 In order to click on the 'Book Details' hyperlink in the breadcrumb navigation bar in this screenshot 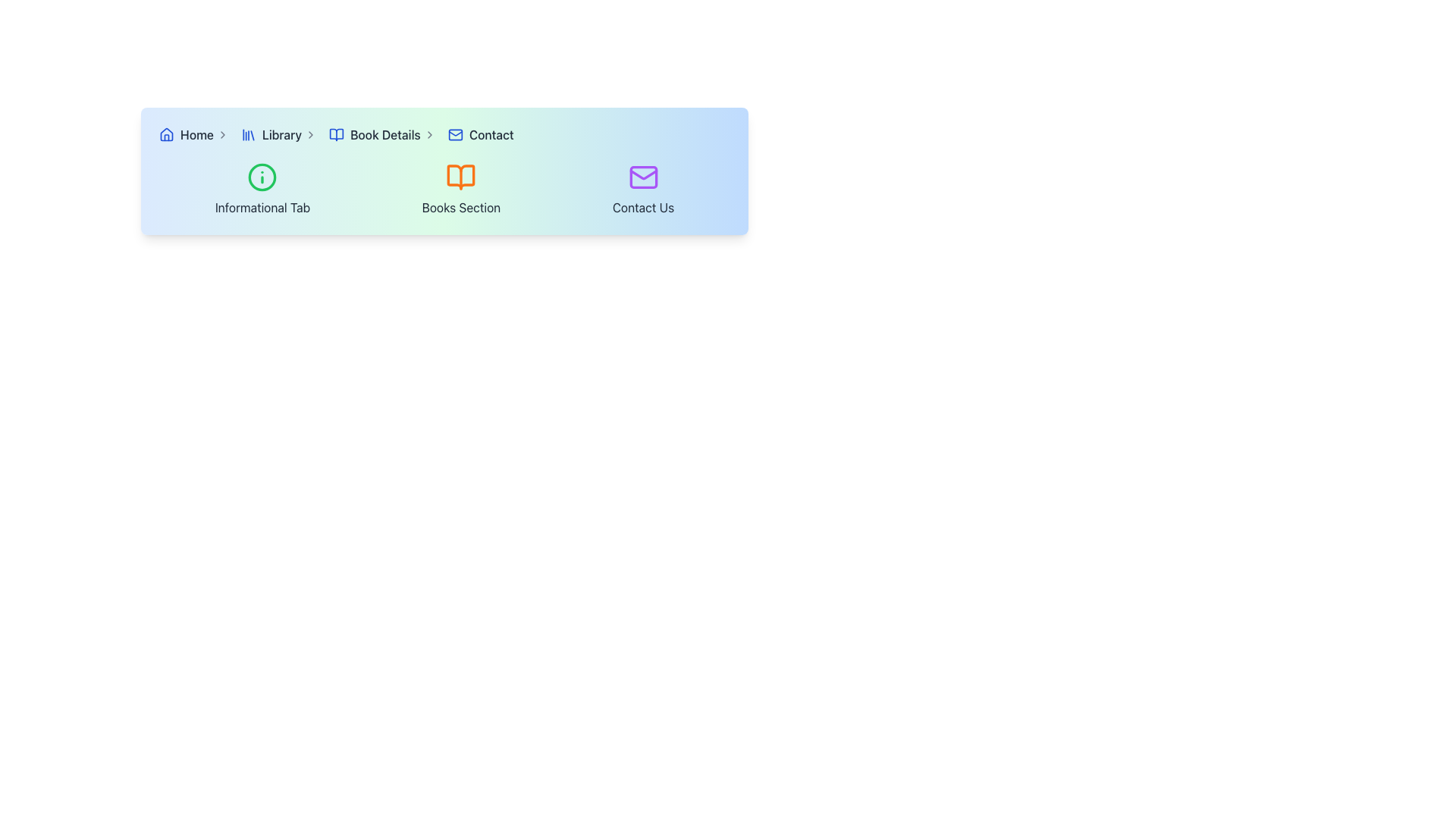, I will do `click(385, 133)`.